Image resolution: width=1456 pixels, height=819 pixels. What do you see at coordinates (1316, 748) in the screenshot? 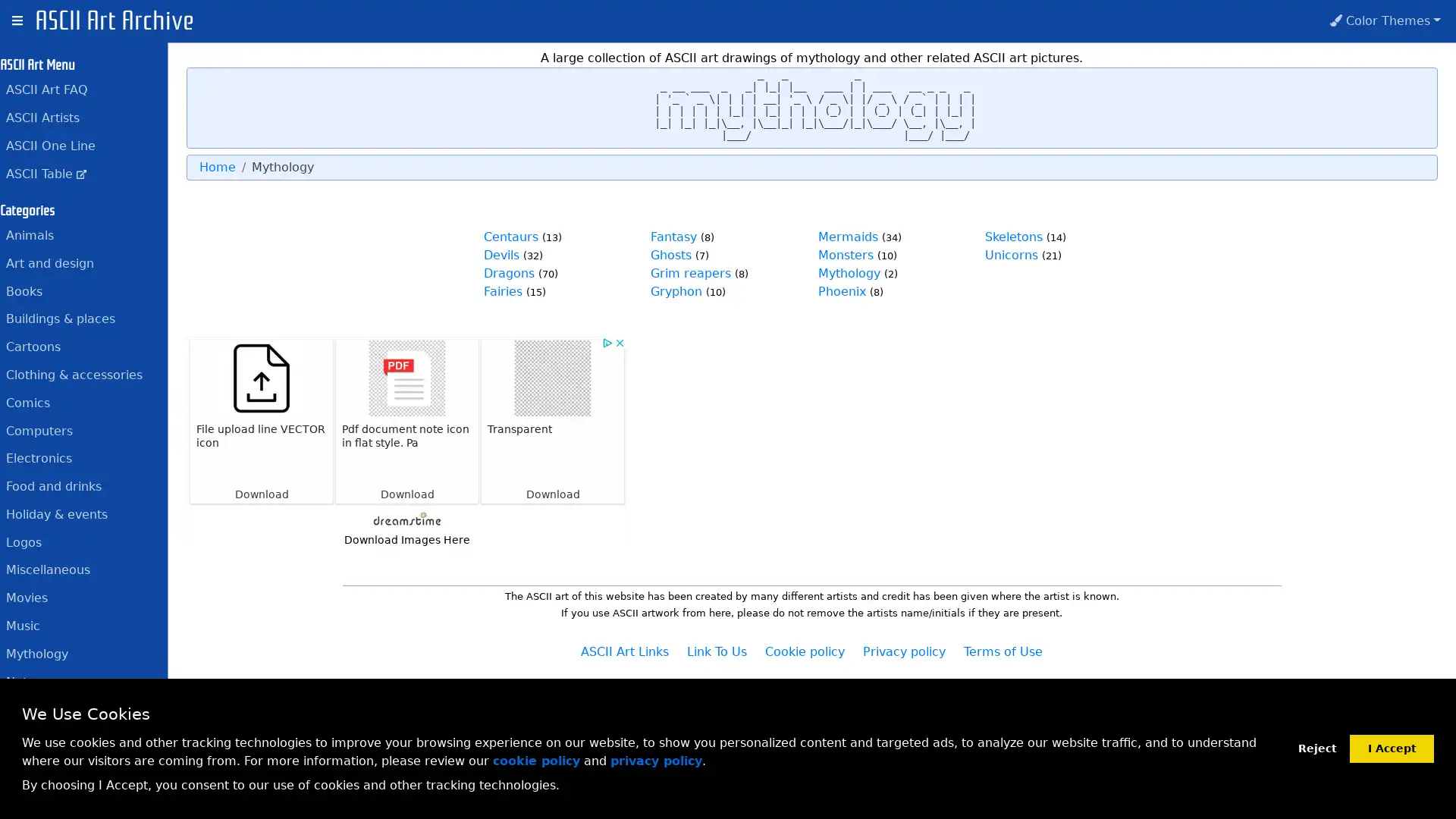
I see `Reject` at bounding box center [1316, 748].